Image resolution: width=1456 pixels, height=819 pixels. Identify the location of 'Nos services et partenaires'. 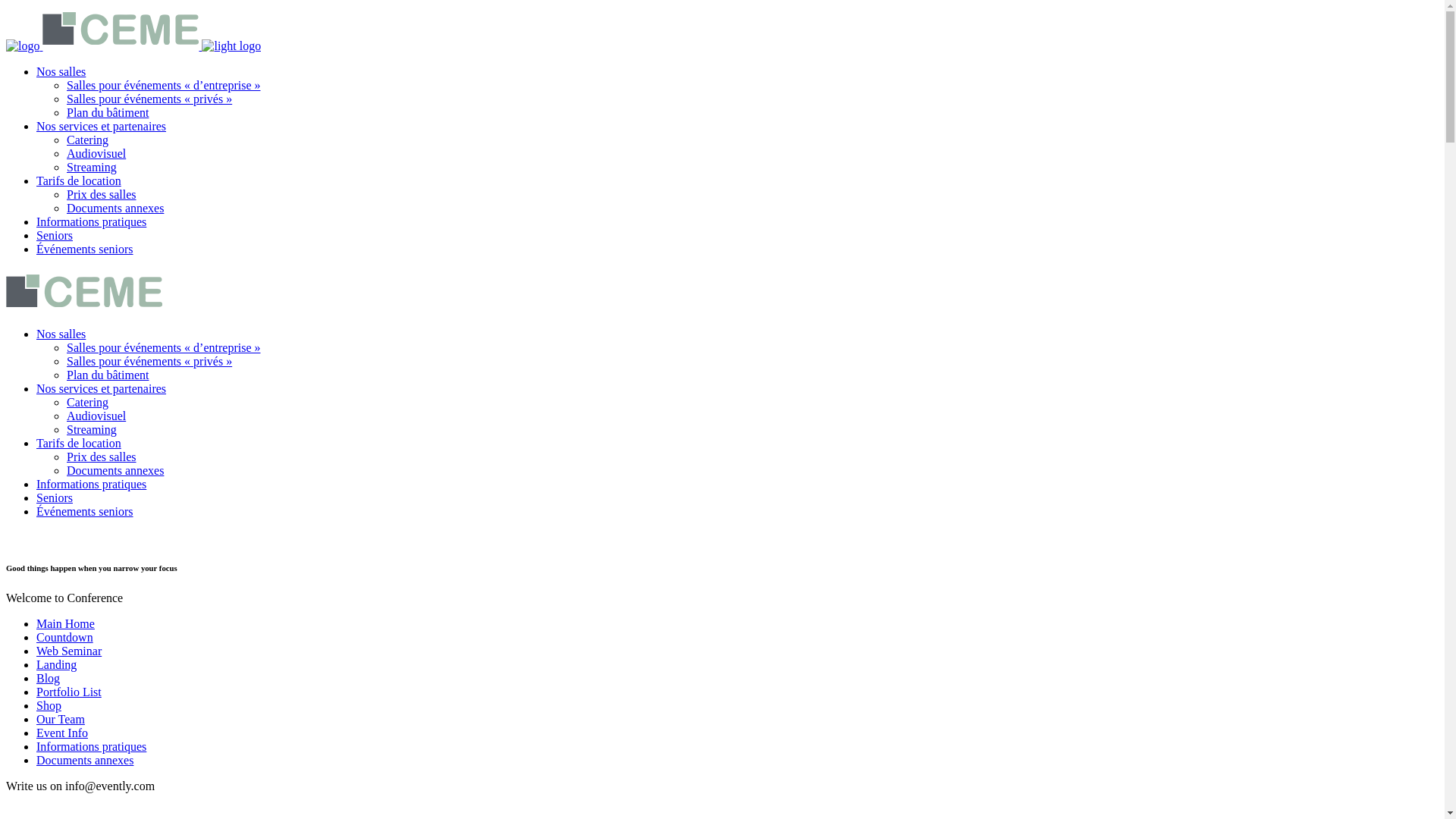
(36, 125).